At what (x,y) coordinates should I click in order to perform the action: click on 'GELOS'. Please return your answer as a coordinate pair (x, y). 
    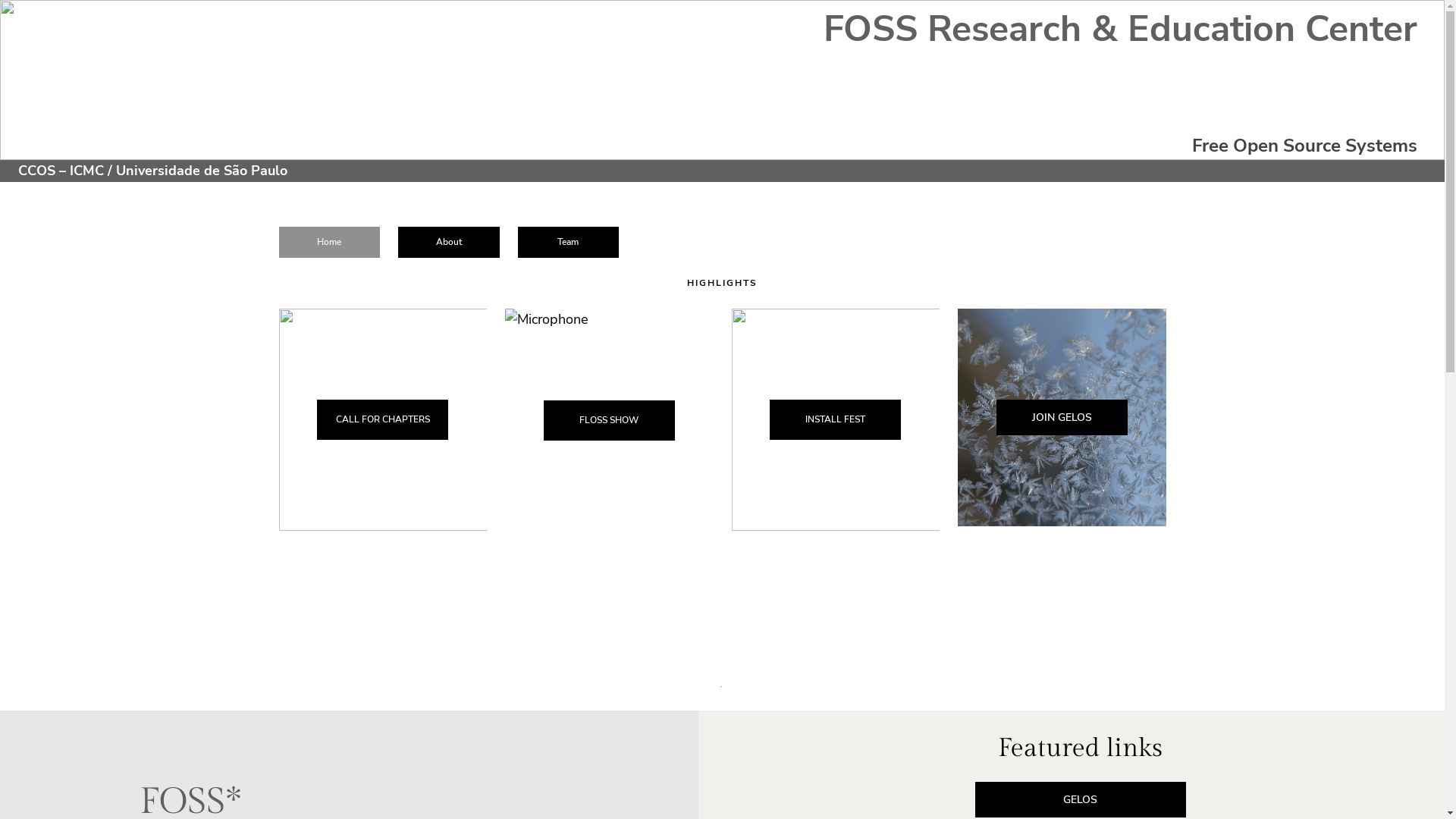
    Looking at the image, I should click on (1080, 799).